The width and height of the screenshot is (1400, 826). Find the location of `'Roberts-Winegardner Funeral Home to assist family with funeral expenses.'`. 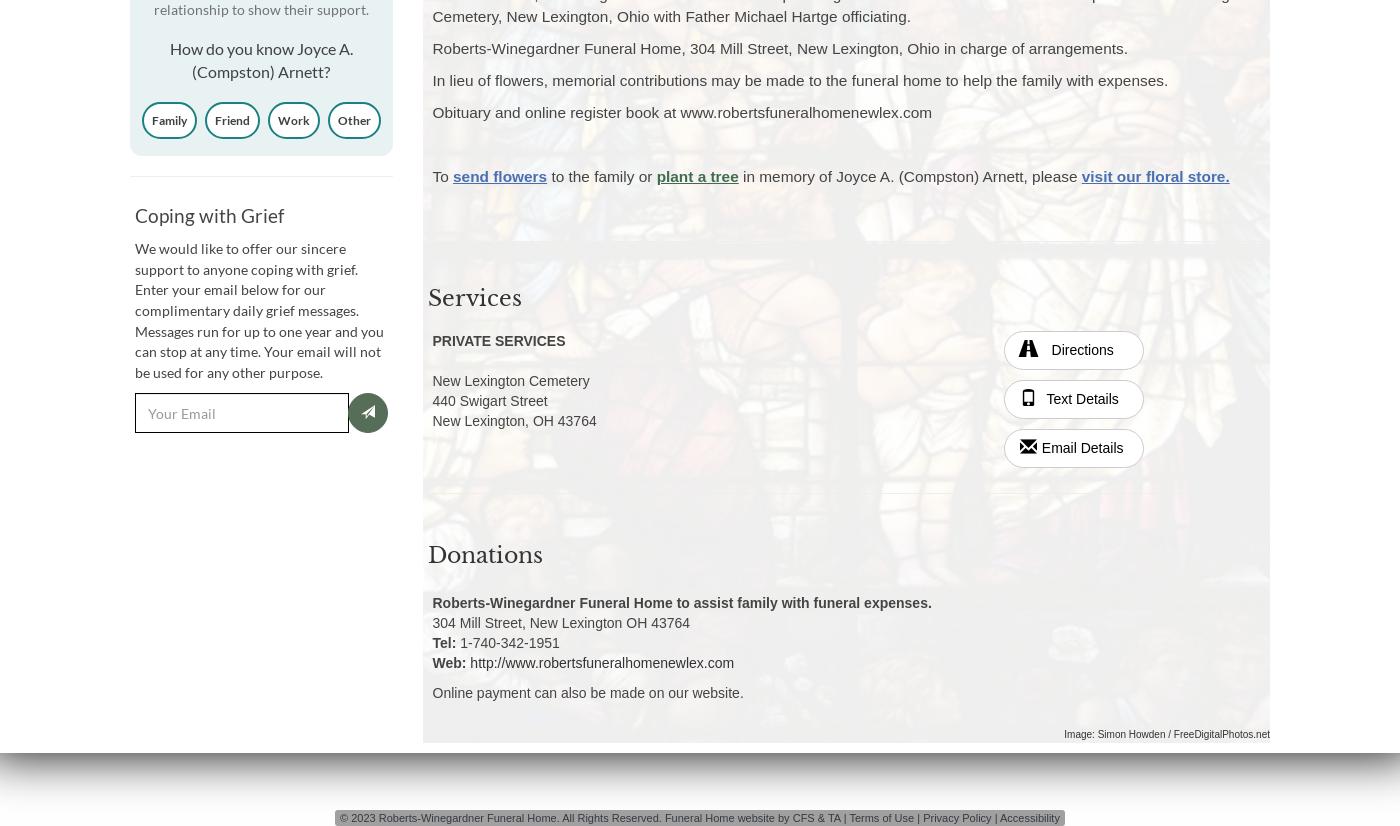

'Roberts-Winegardner Funeral Home to assist family with funeral expenses.' is located at coordinates (681, 602).